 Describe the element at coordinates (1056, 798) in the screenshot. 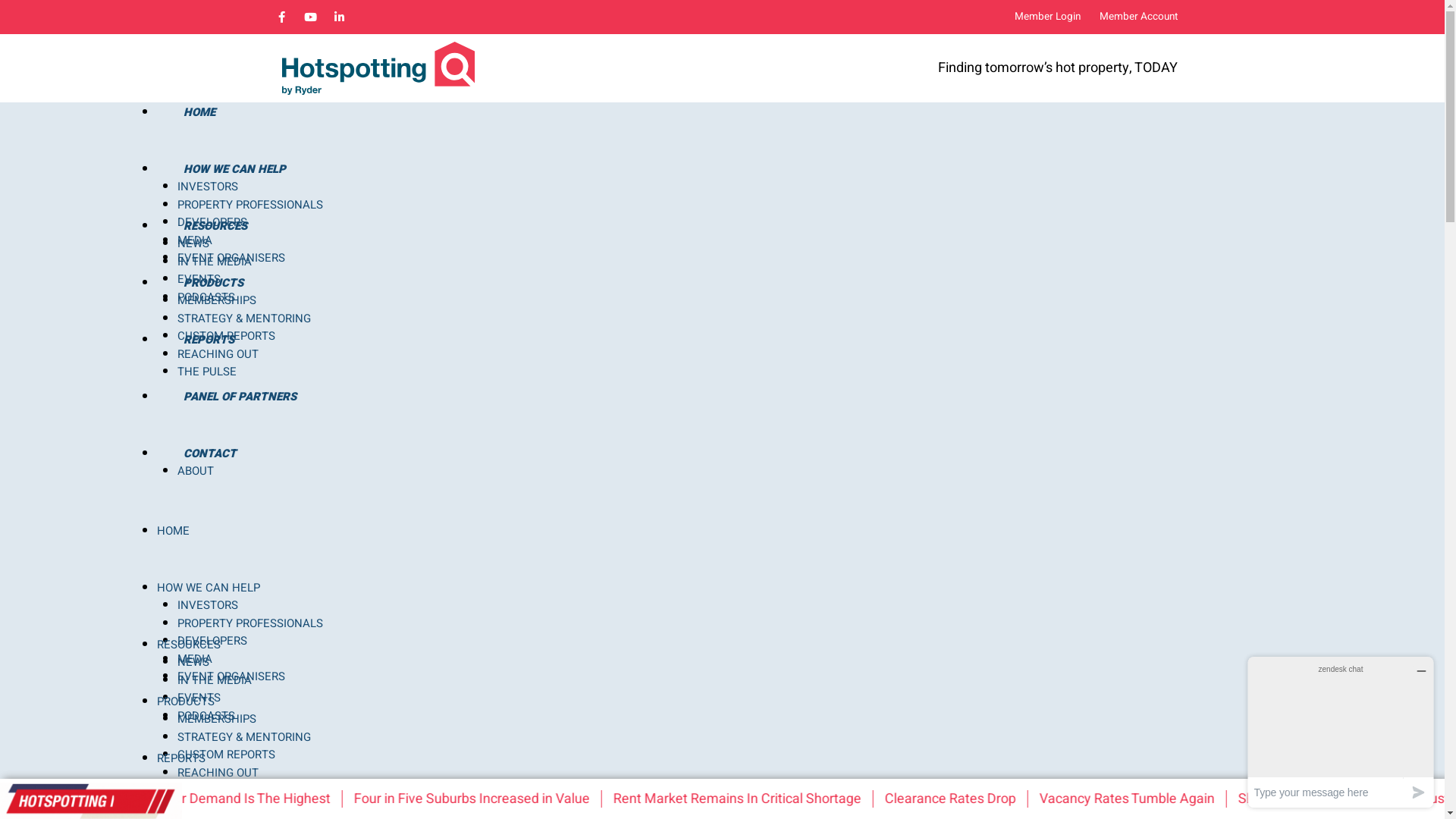

I see `'Vacancy Rates Tumble Again'` at that location.